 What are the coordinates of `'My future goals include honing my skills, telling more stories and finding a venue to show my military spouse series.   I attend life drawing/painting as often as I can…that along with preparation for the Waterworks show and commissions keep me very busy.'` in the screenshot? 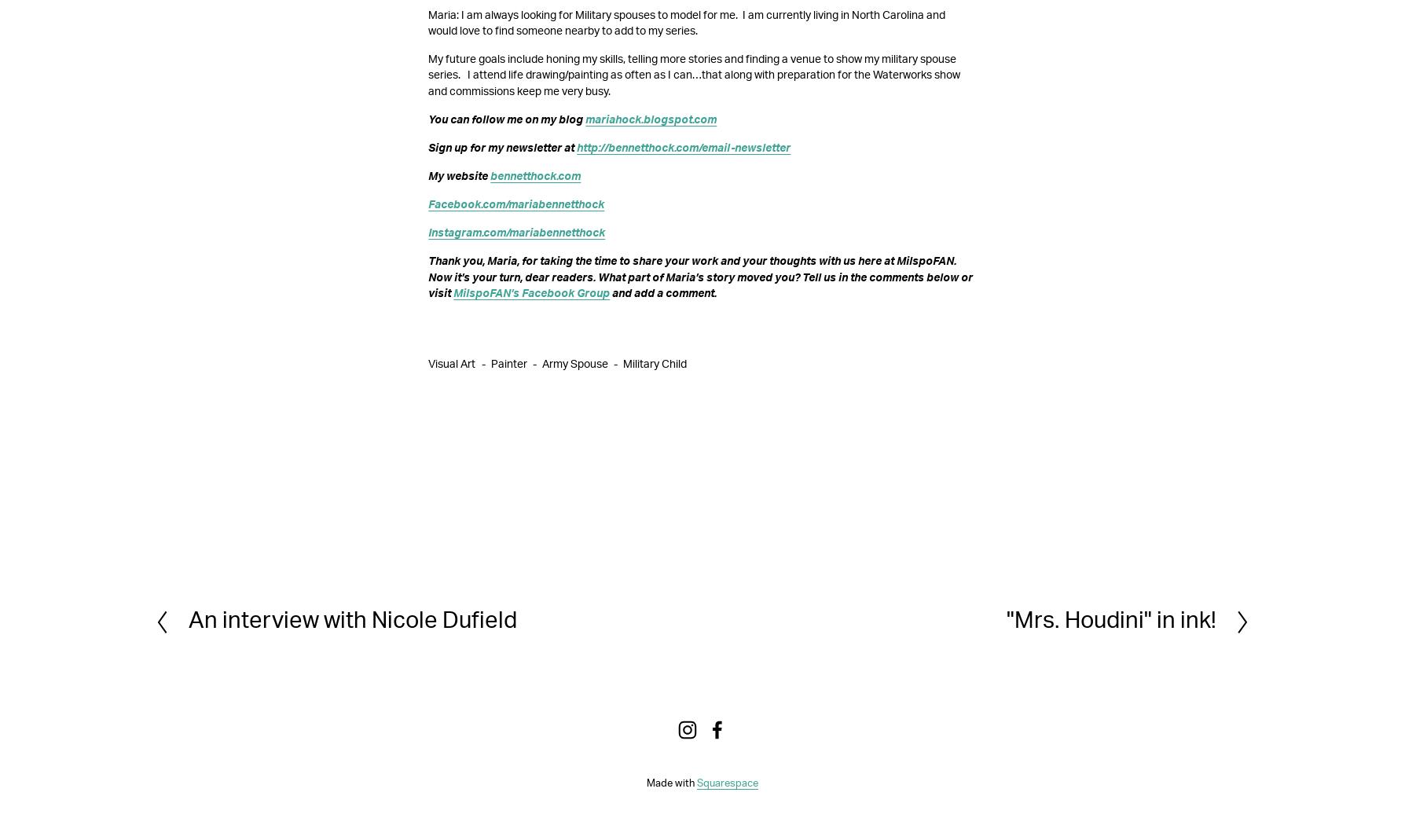 It's located at (695, 74).